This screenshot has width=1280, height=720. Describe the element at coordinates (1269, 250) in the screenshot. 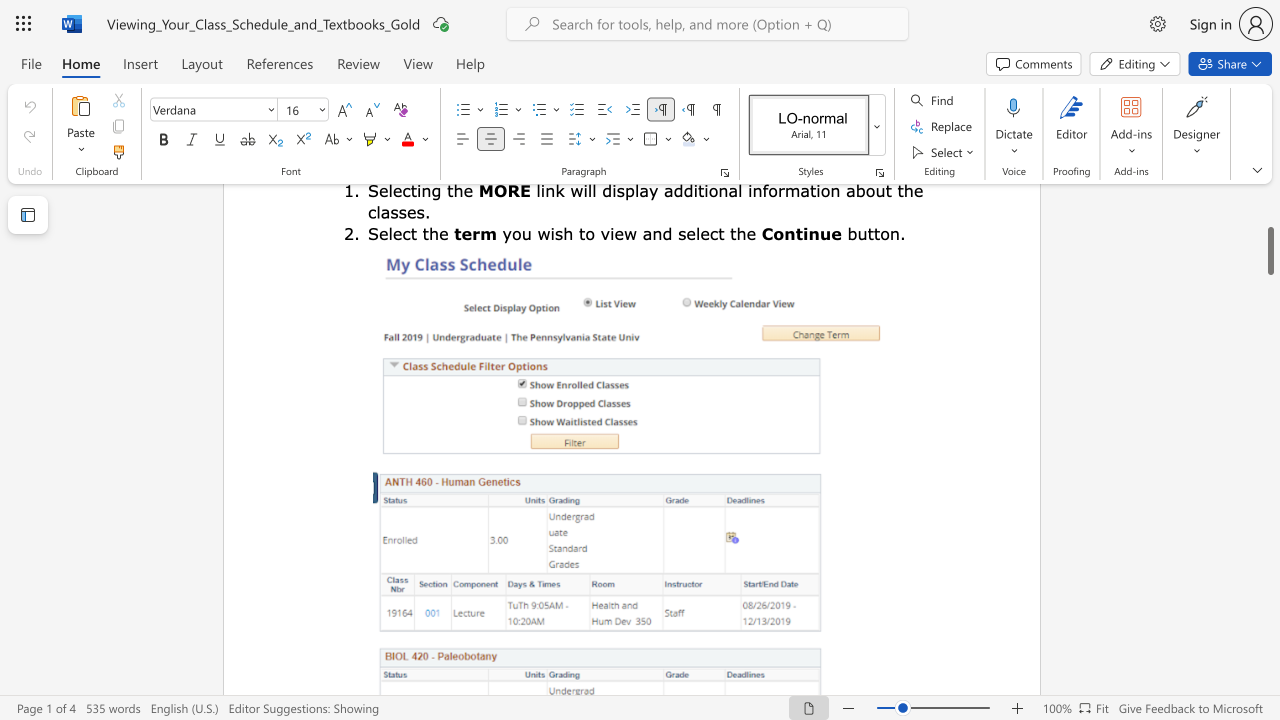

I see `the scrollbar and move up 280 pixels` at that location.